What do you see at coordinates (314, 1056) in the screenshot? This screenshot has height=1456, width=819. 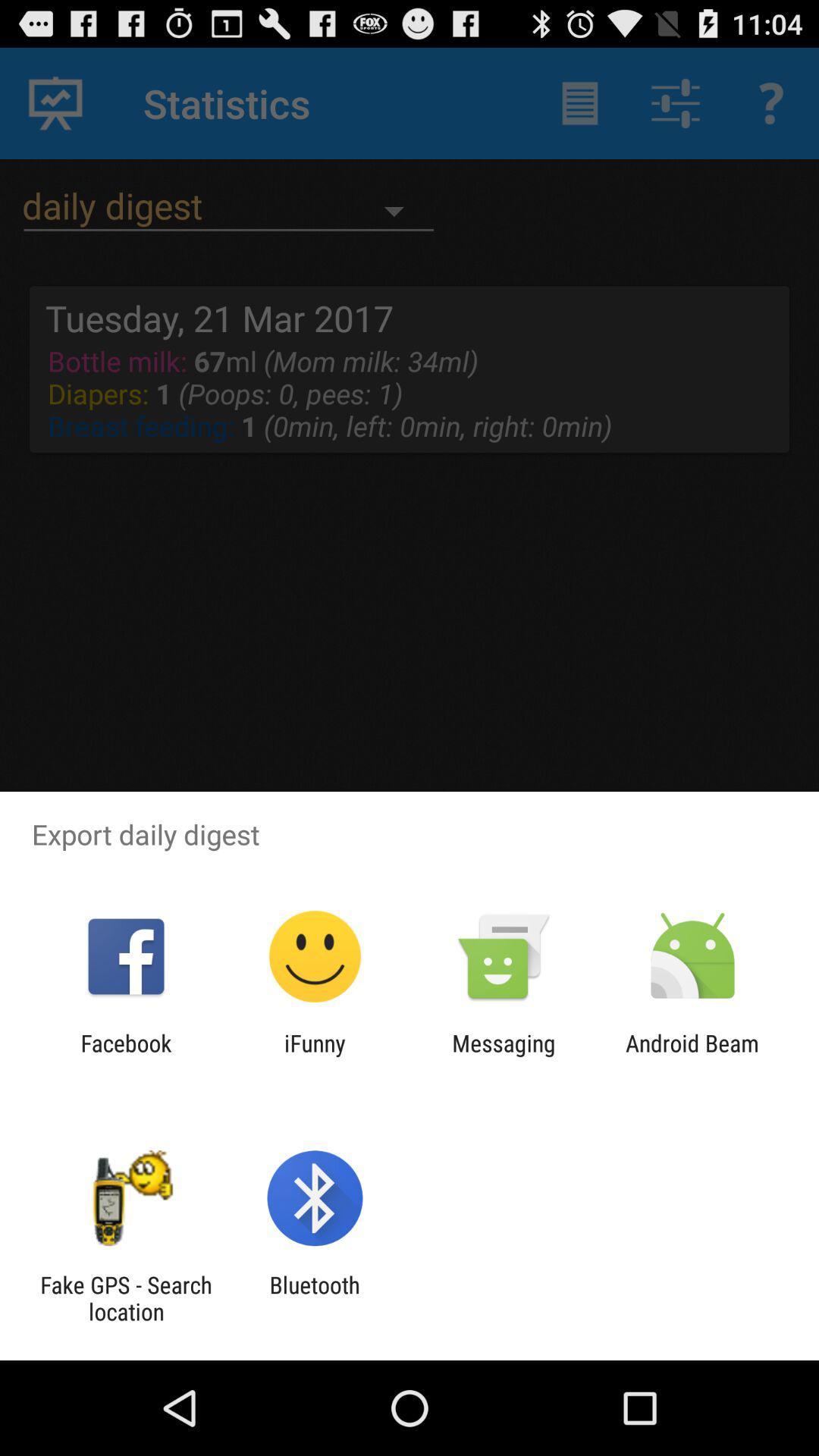 I see `the ifunny icon` at bounding box center [314, 1056].